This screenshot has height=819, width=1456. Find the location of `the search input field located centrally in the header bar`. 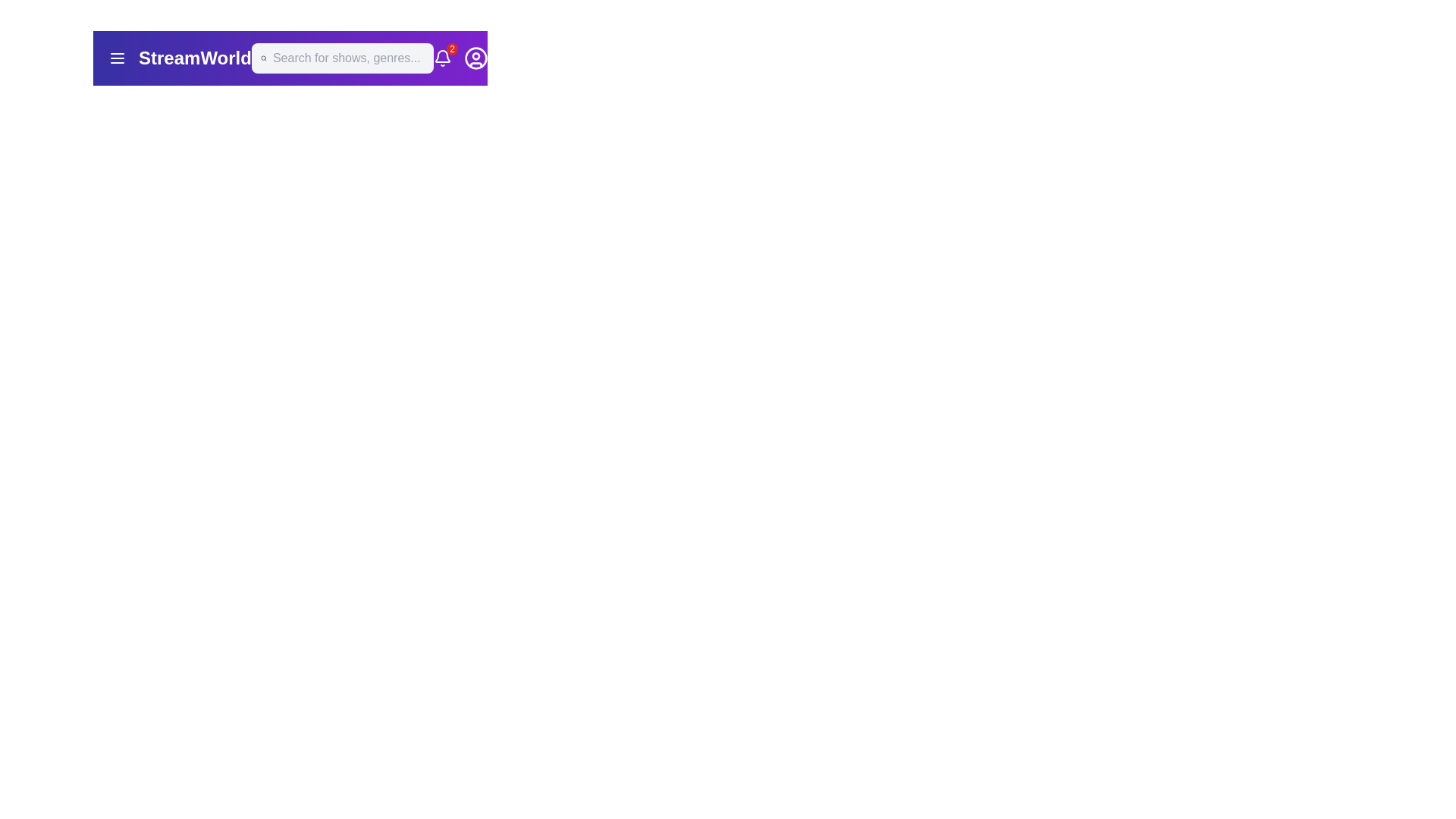

the search input field located centrally in the header bar is located at coordinates (290, 58).